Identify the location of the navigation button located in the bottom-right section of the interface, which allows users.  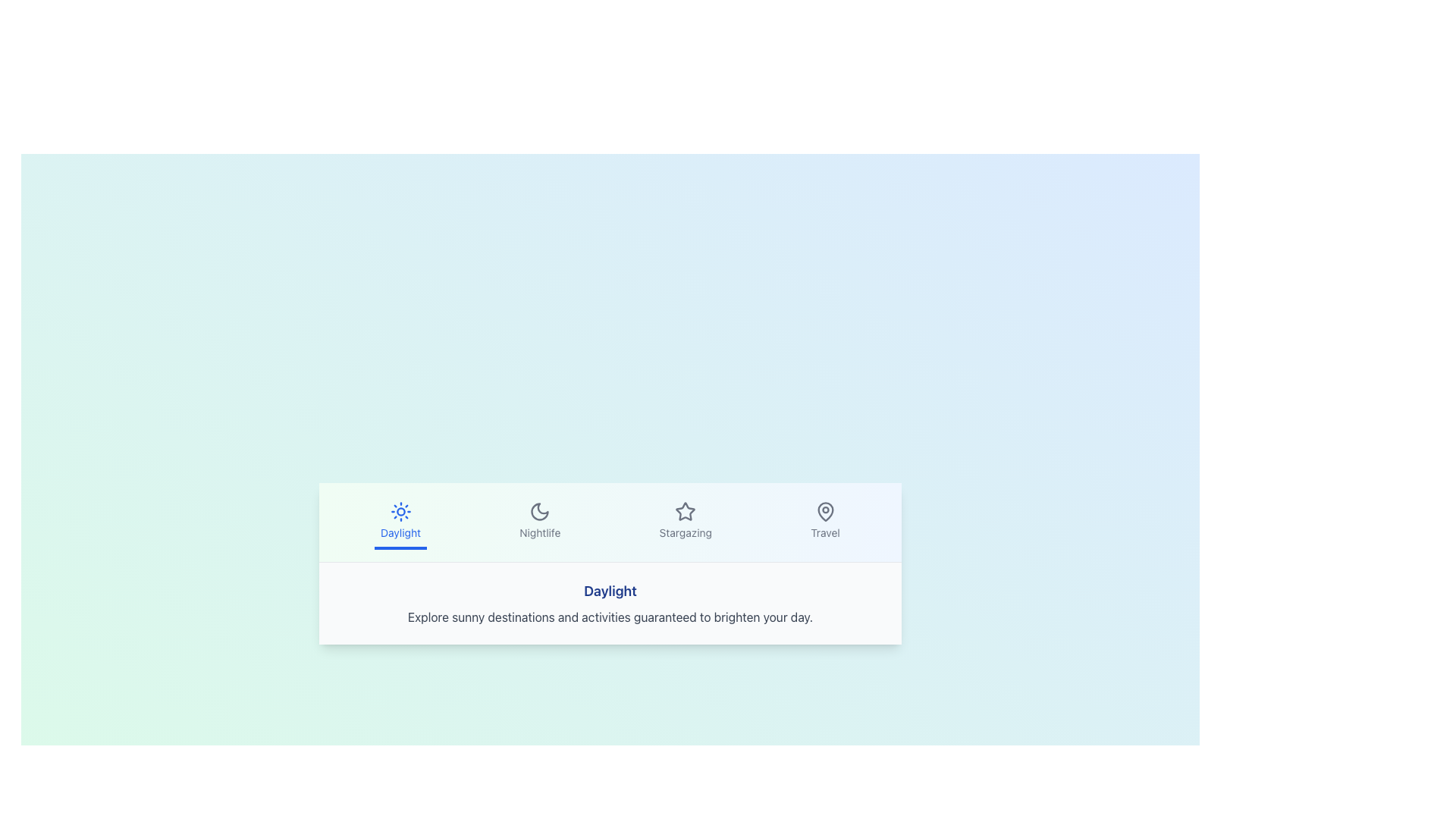
(824, 521).